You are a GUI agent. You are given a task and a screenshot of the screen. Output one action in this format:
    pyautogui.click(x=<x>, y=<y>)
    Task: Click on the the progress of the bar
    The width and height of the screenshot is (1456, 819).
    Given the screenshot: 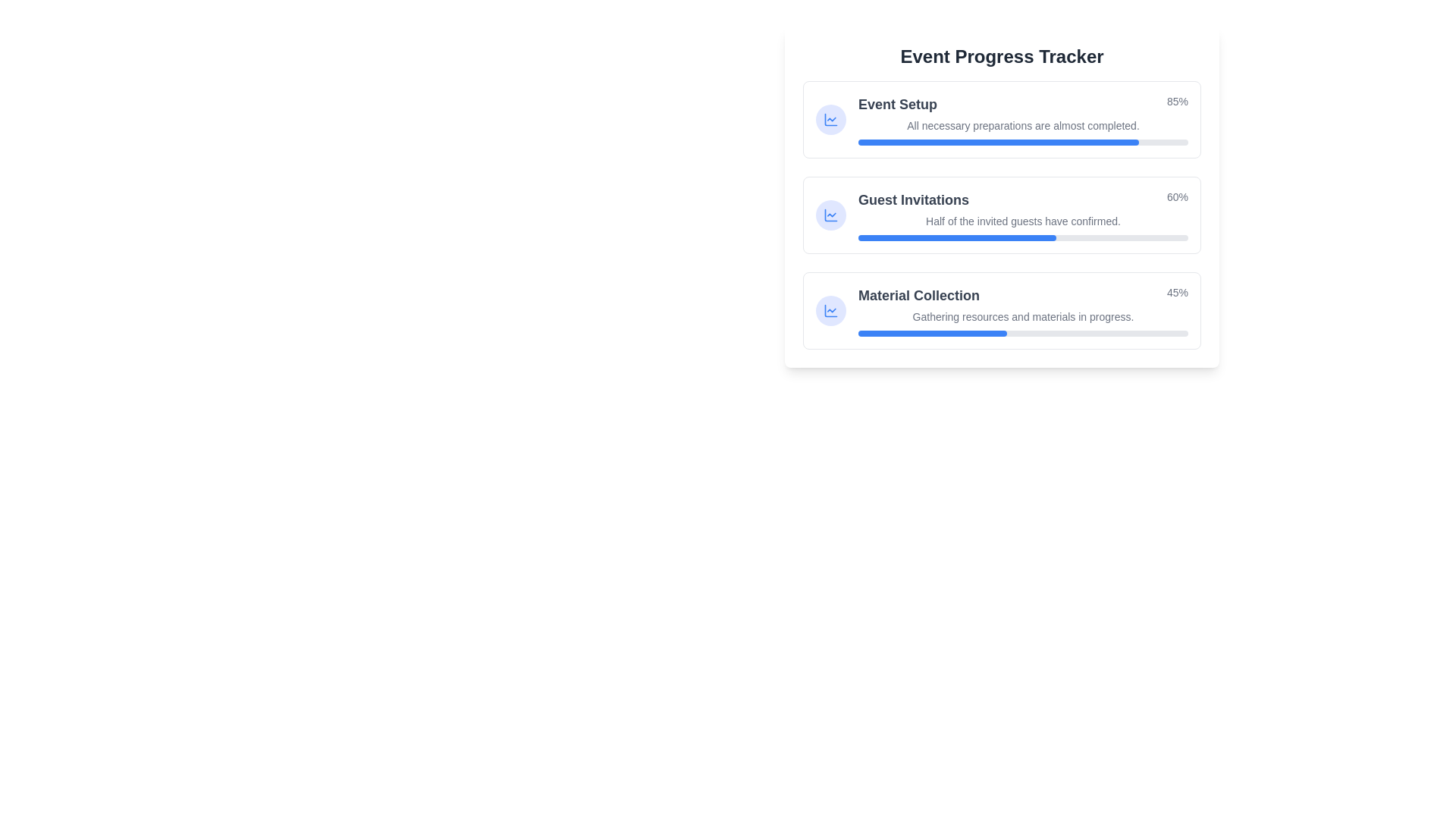 What is the action you would take?
    pyautogui.click(x=1131, y=143)
    